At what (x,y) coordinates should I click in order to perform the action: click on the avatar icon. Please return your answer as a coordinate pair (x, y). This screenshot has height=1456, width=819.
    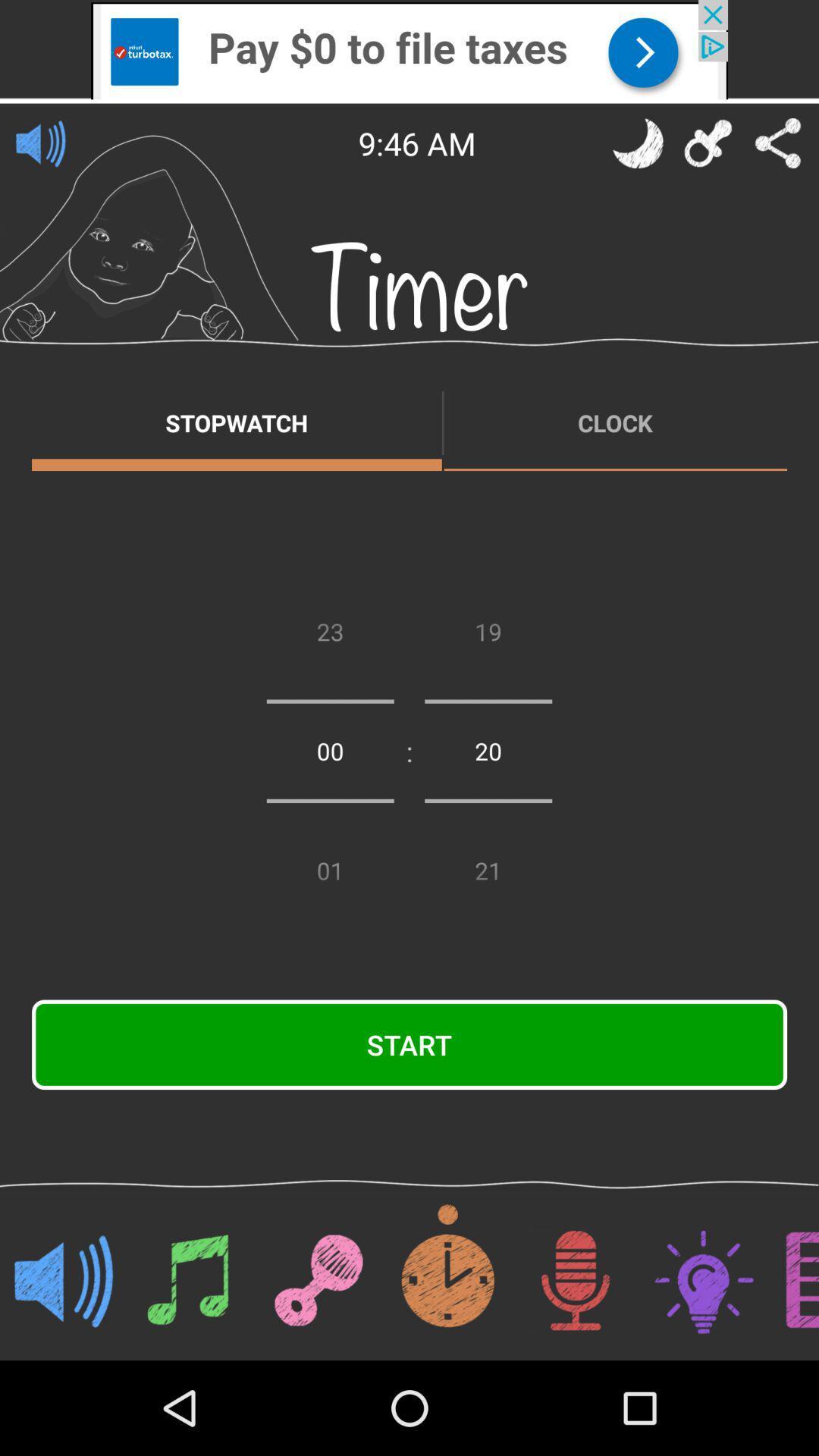
    Looking at the image, I should click on (638, 143).